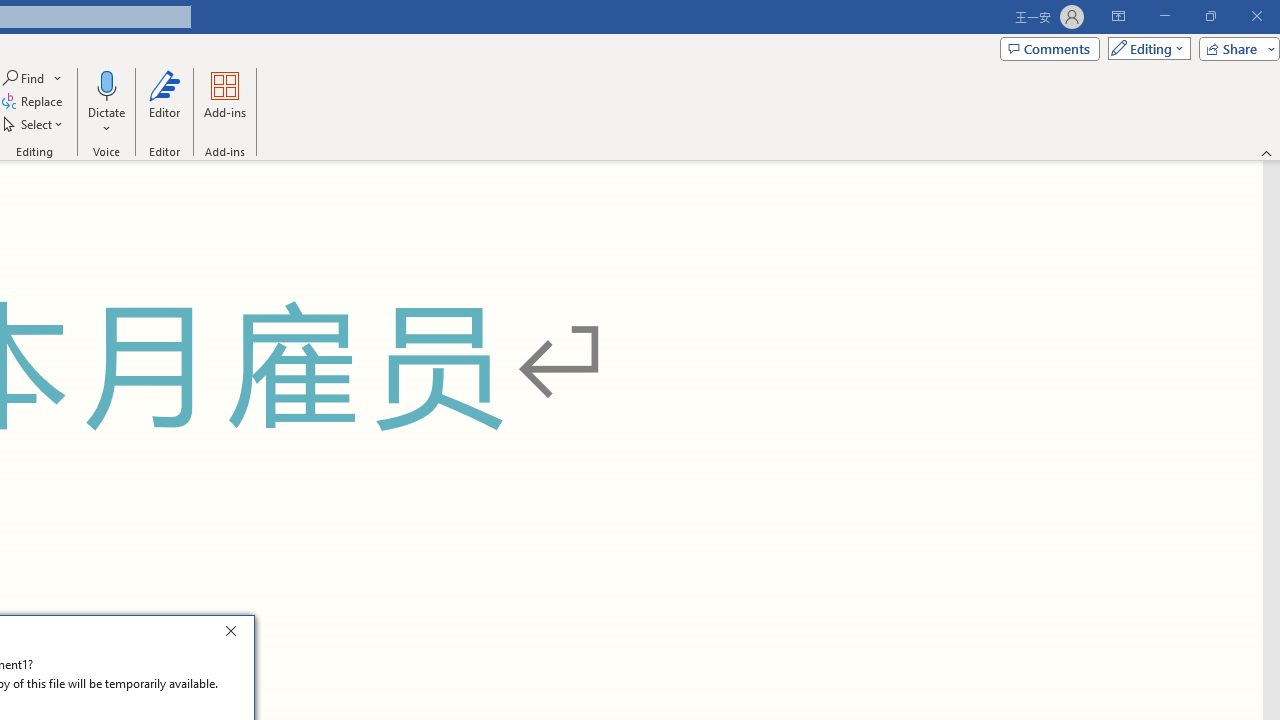 Image resolution: width=1280 pixels, height=720 pixels. What do you see at coordinates (1144, 47) in the screenshot?
I see `'Editing'` at bounding box center [1144, 47].